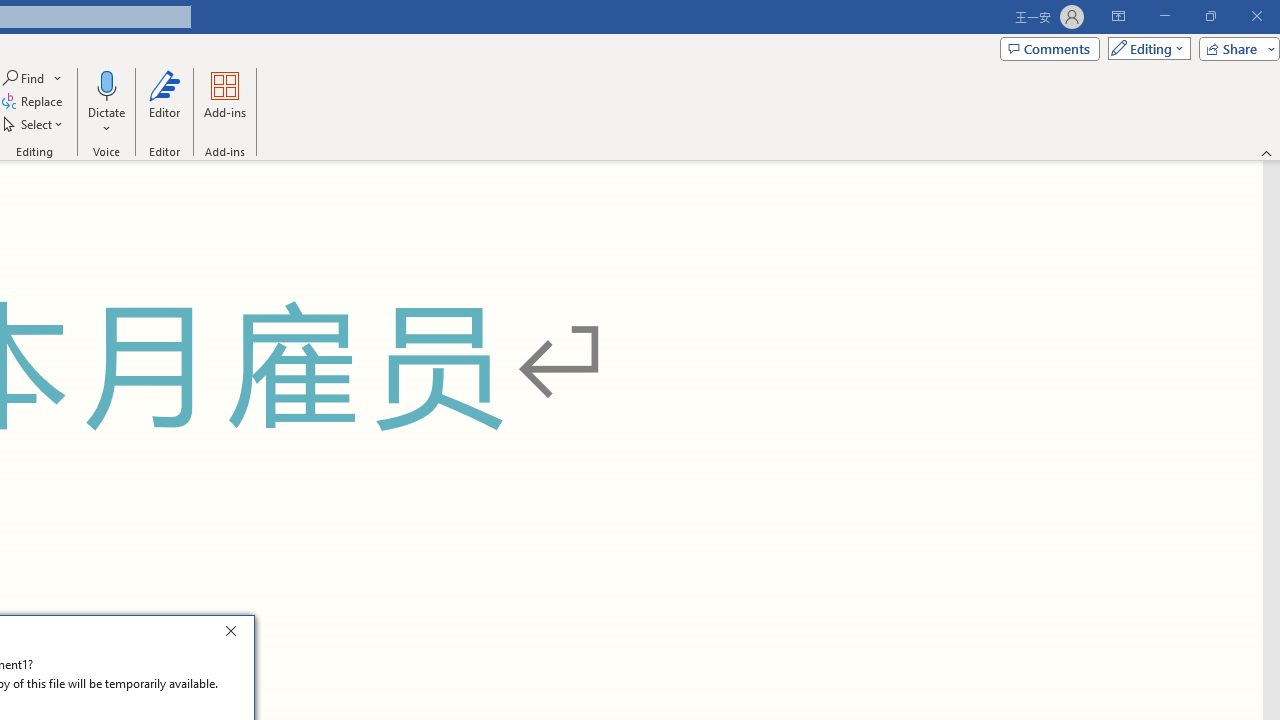 Image resolution: width=1280 pixels, height=720 pixels. What do you see at coordinates (1144, 47) in the screenshot?
I see `'Editing'` at bounding box center [1144, 47].